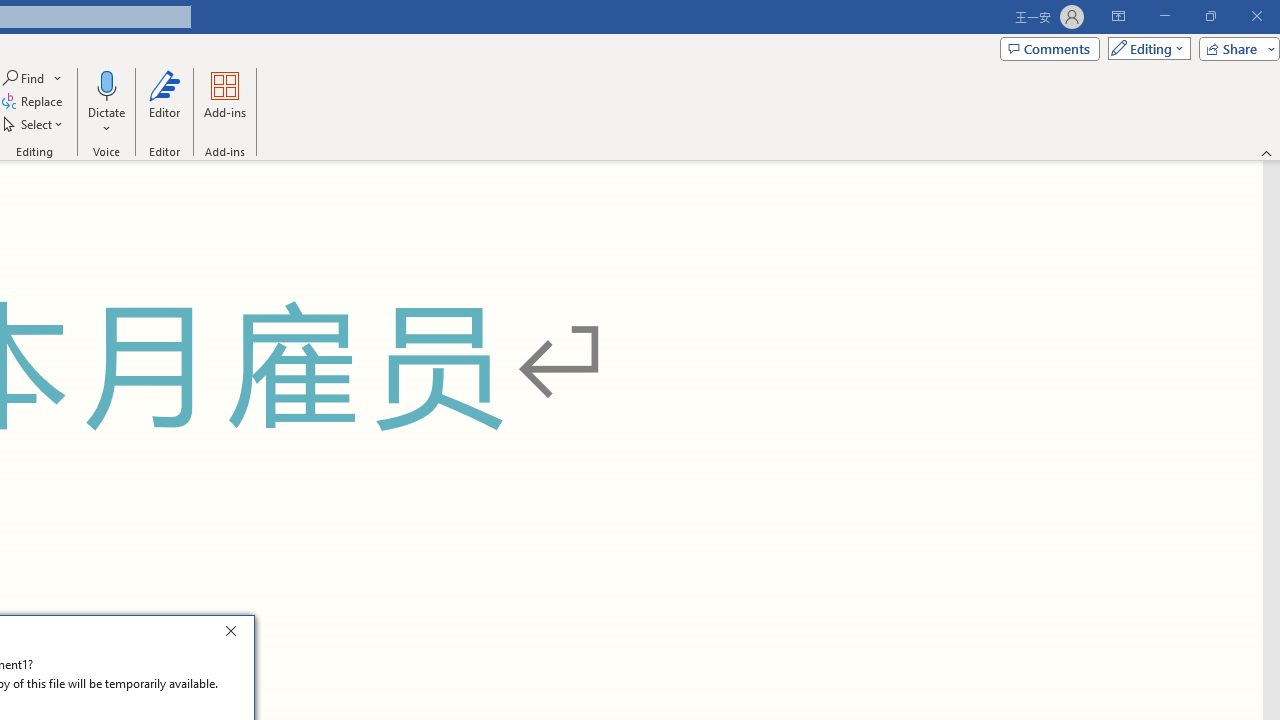 Image resolution: width=1280 pixels, height=720 pixels. What do you see at coordinates (1144, 47) in the screenshot?
I see `'Editing'` at bounding box center [1144, 47].